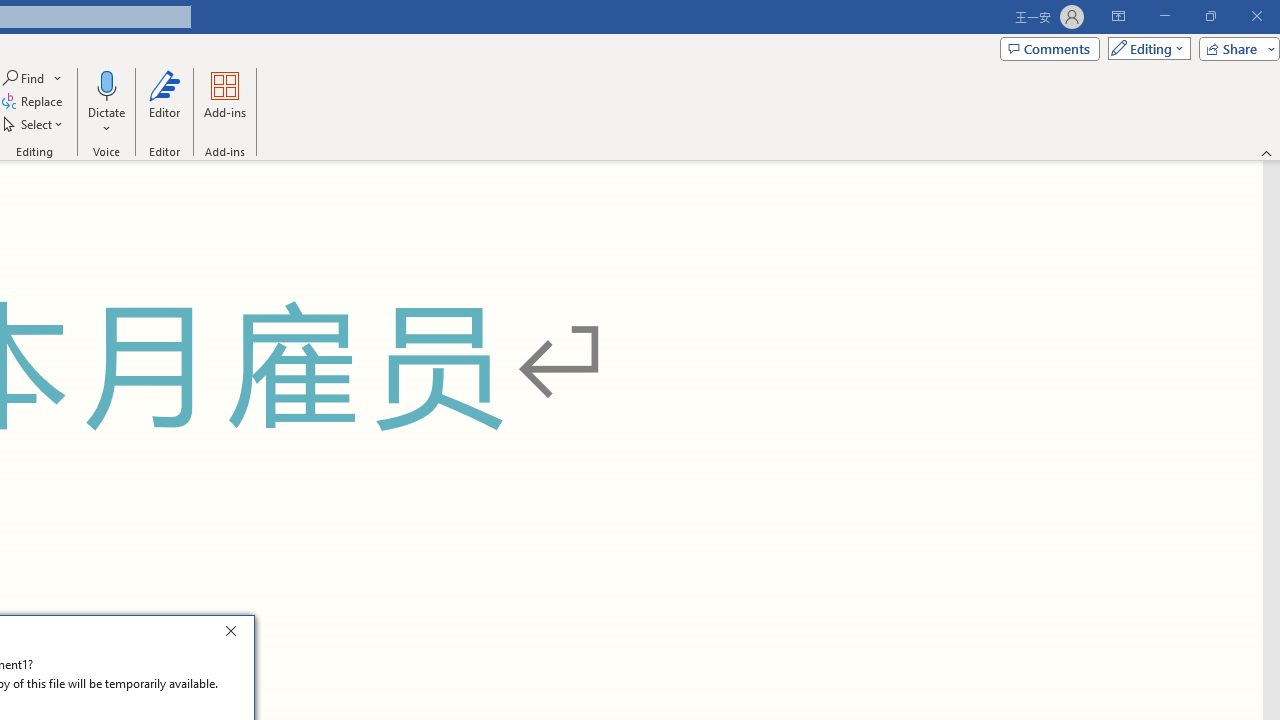 Image resolution: width=1280 pixels, height=720 pixels. What do you see at coordinates (1144, 47) in the screenshot?
I see `'Editing'` at bounding box center [1144, 47].